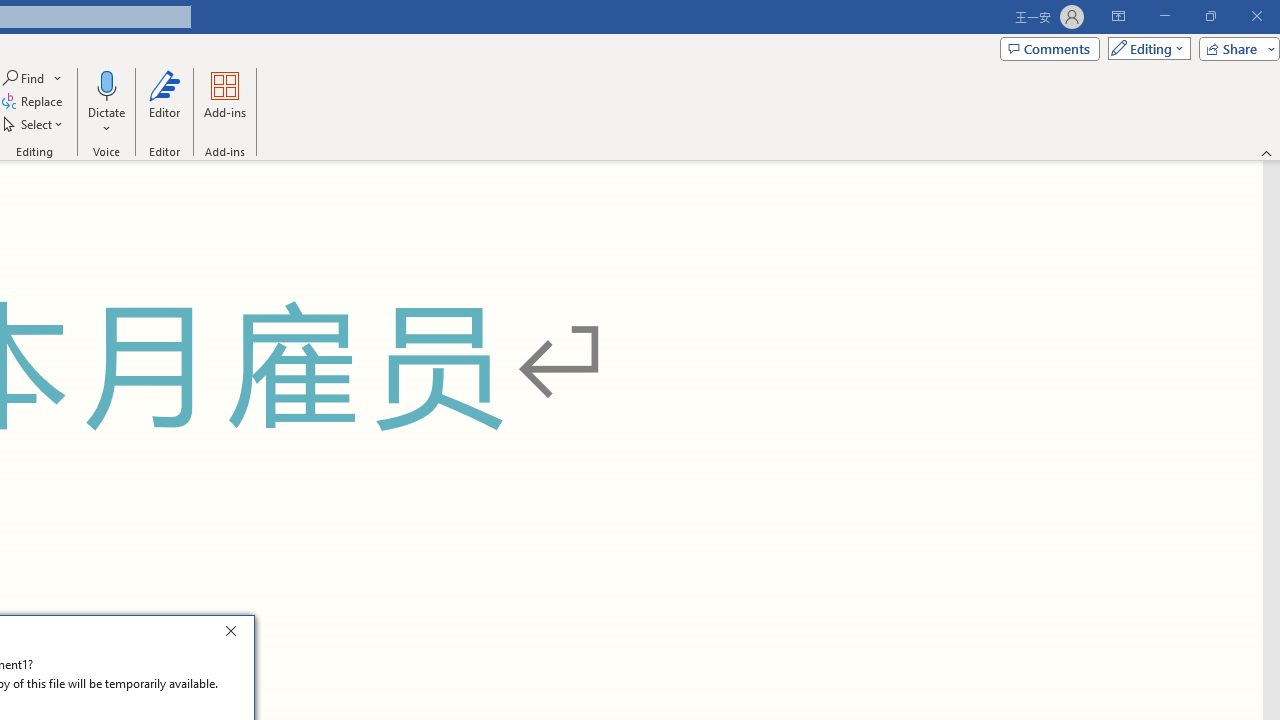 Image resolution: width=1280 pixels, height=720 pixels. What do you see at coordinates (1144, 47) in the screenshot?
I see `'Editing'` at bounding box center [1144, 47].